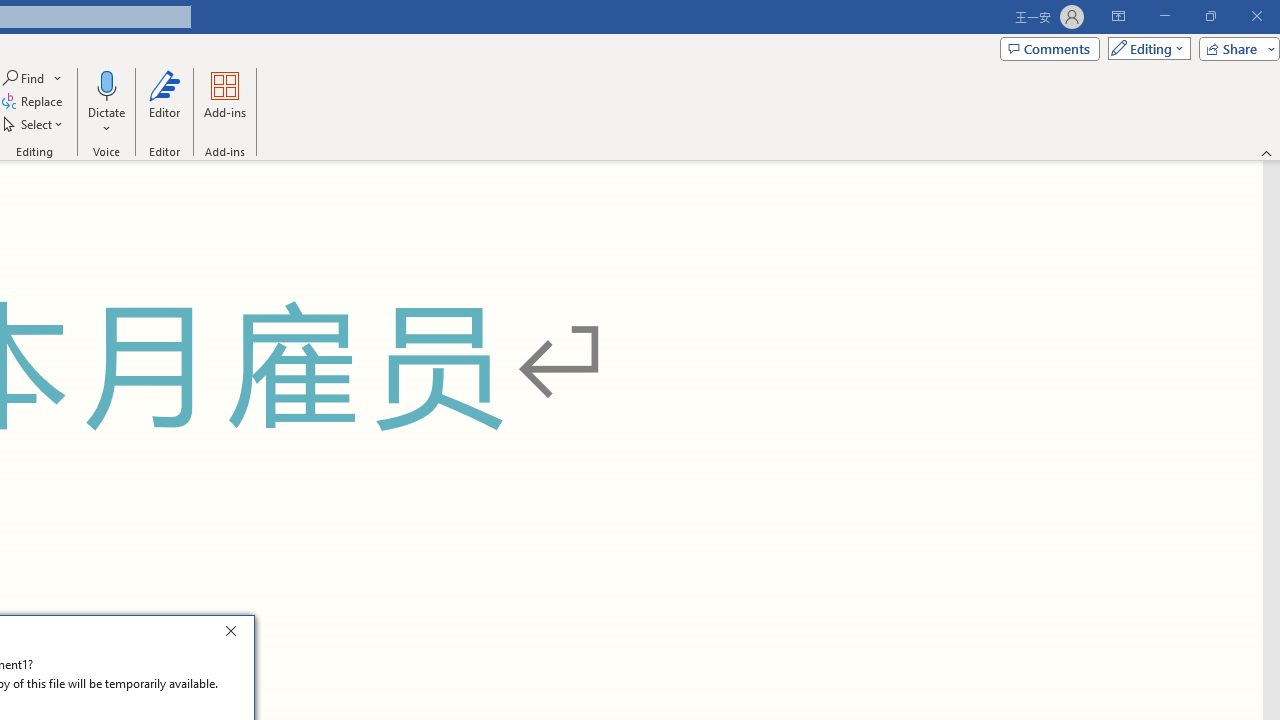 Image resolution: width=1280 pixels, height=720 pixels. What do you see at coordinates (1144, 47) in the screenshot?
I see `'Editing'` at bounding box center [1144, 47].